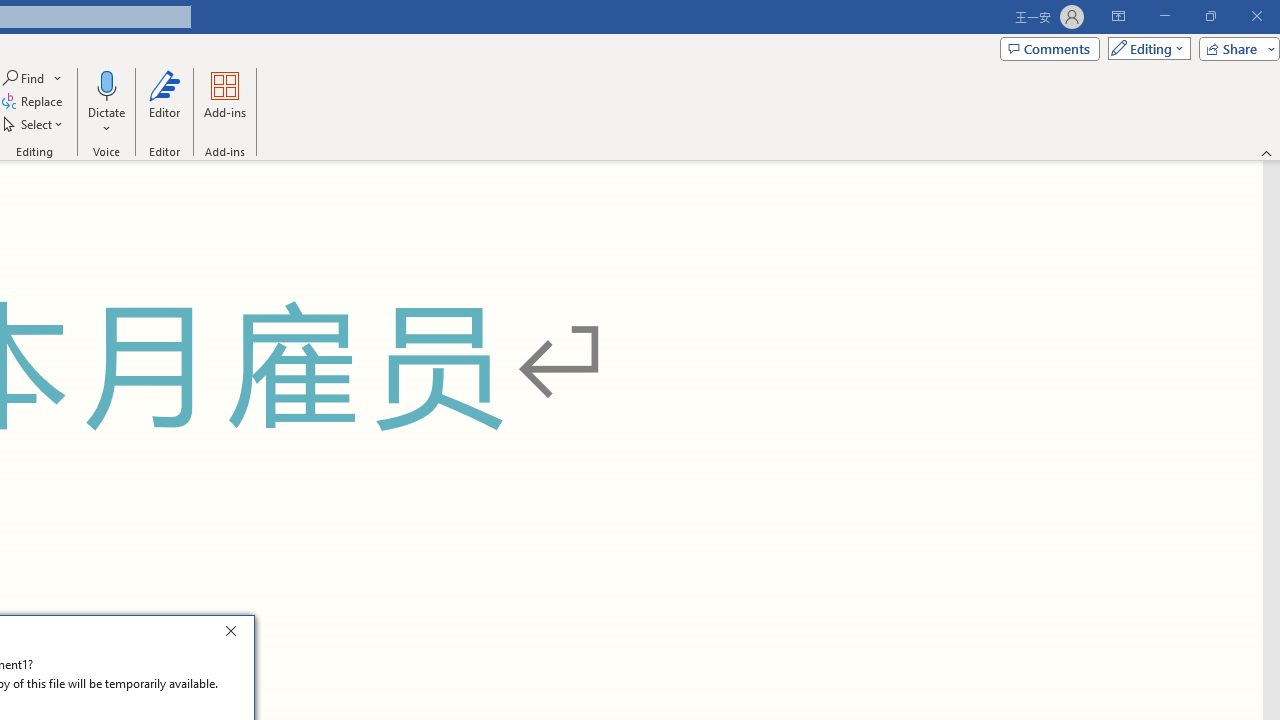 Image resolution: width=1280 pixels, height=720 pixels. What do you see at coordinates (1144, 47) in the screenshot?
I see `'Editing'` at bounding box center [1144, 47].